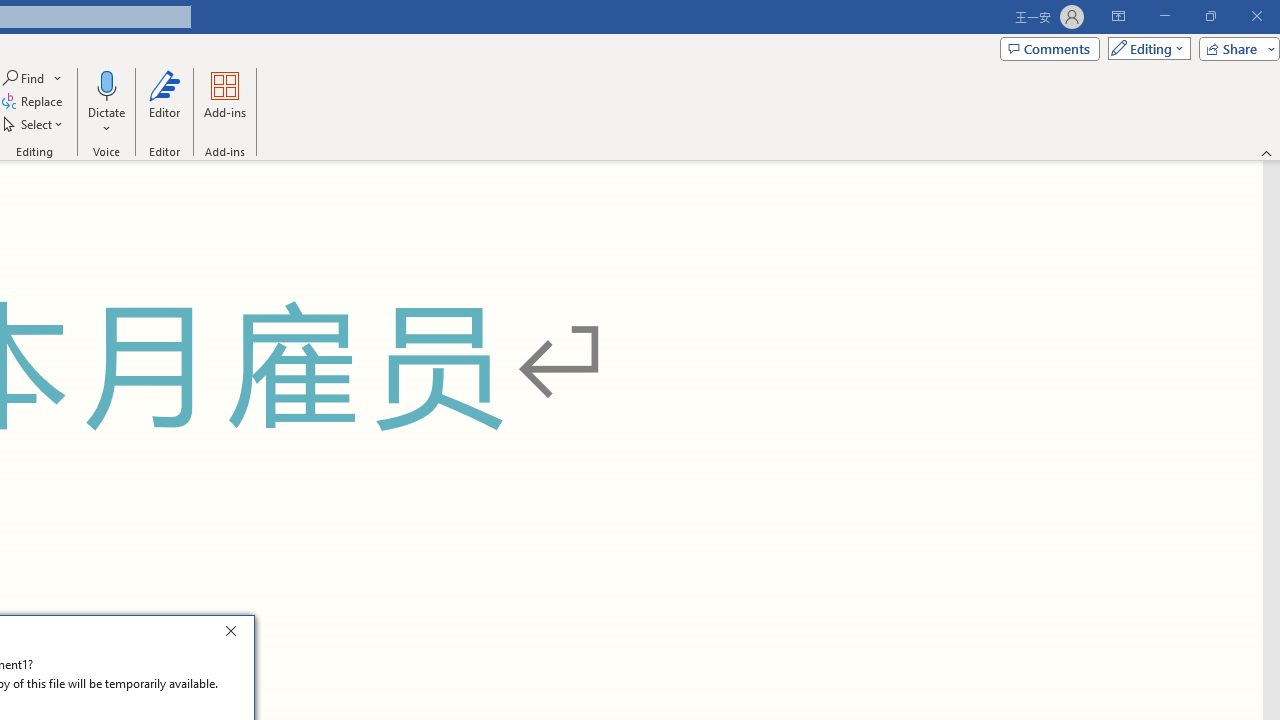 Image resolution: width=1280 pixels, height=720 pixels. What do you see at coordinates (1144, 47) in the screenshot?
I see `'Editing'` at bounding box center [1144, 47].